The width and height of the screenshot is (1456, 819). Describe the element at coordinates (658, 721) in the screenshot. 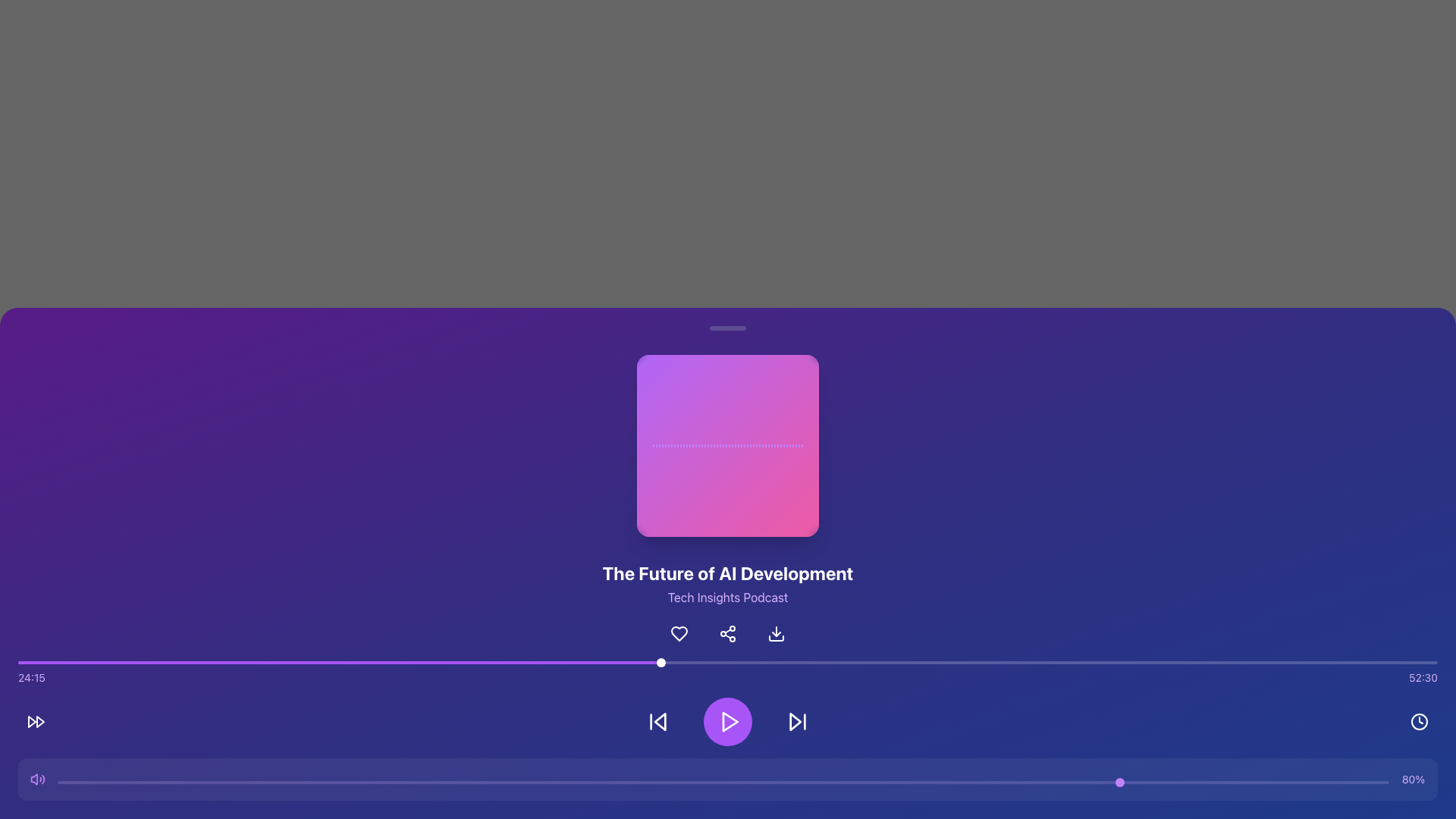

I see `the skip-backward button, which is a circular button with a left-pointing triangle and vertical bar, located to the left of the central play button` at that location.